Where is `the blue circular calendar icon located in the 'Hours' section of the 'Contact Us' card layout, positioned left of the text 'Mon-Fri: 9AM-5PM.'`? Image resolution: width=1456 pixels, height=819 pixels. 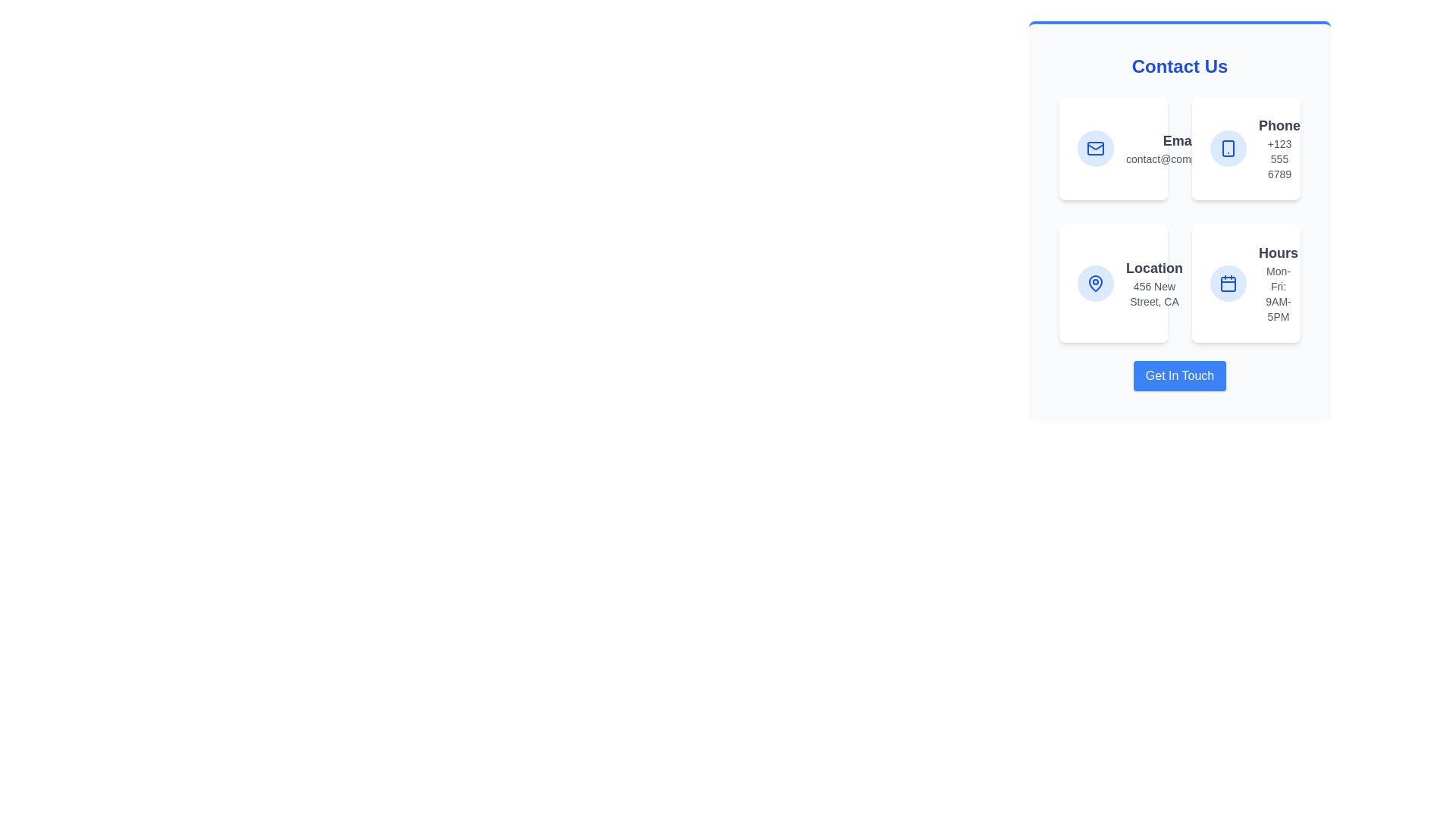
the blue circular calendar icon located in the 'Hours' section of the 'Contact Us' card layout, positioned left of the text 'Mon-Fri: 9AM-5PM.' is located at coordinates (1228, 284).